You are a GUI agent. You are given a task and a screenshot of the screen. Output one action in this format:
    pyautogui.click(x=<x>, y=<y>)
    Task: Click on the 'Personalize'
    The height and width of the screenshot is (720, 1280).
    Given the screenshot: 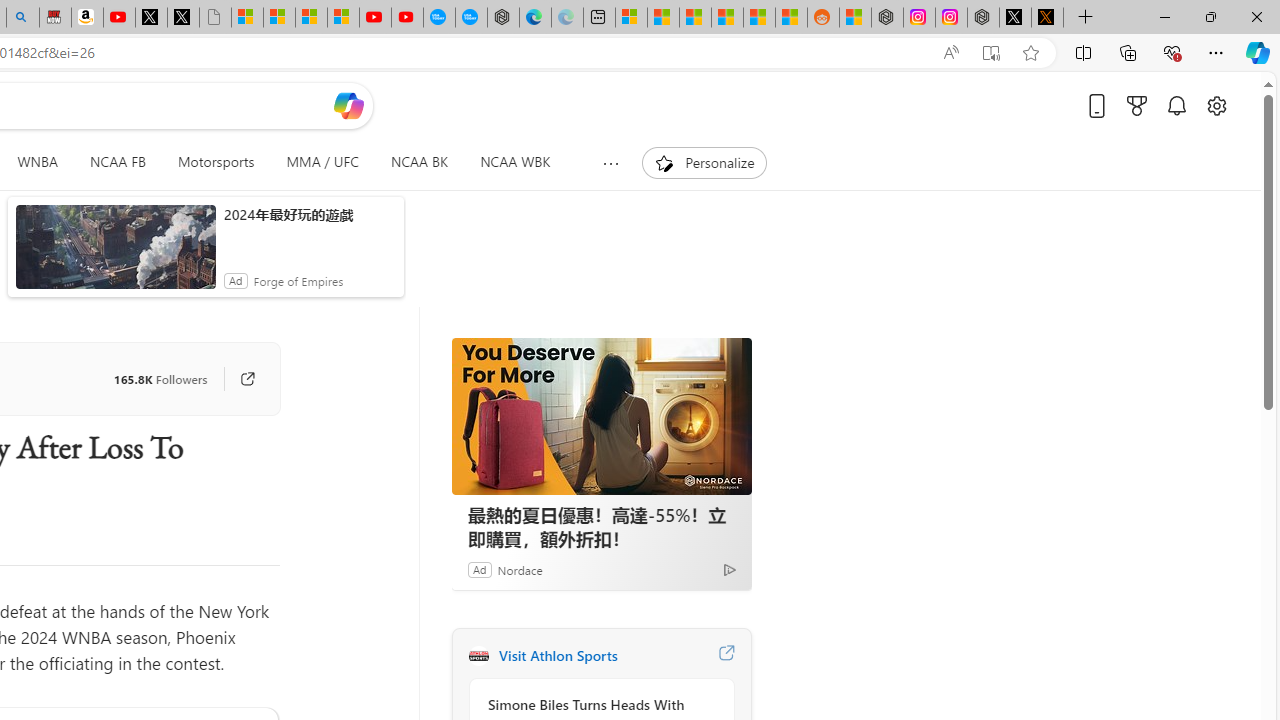 What is the action you would take?
    pyautogui.click(x=704, y=162)
    